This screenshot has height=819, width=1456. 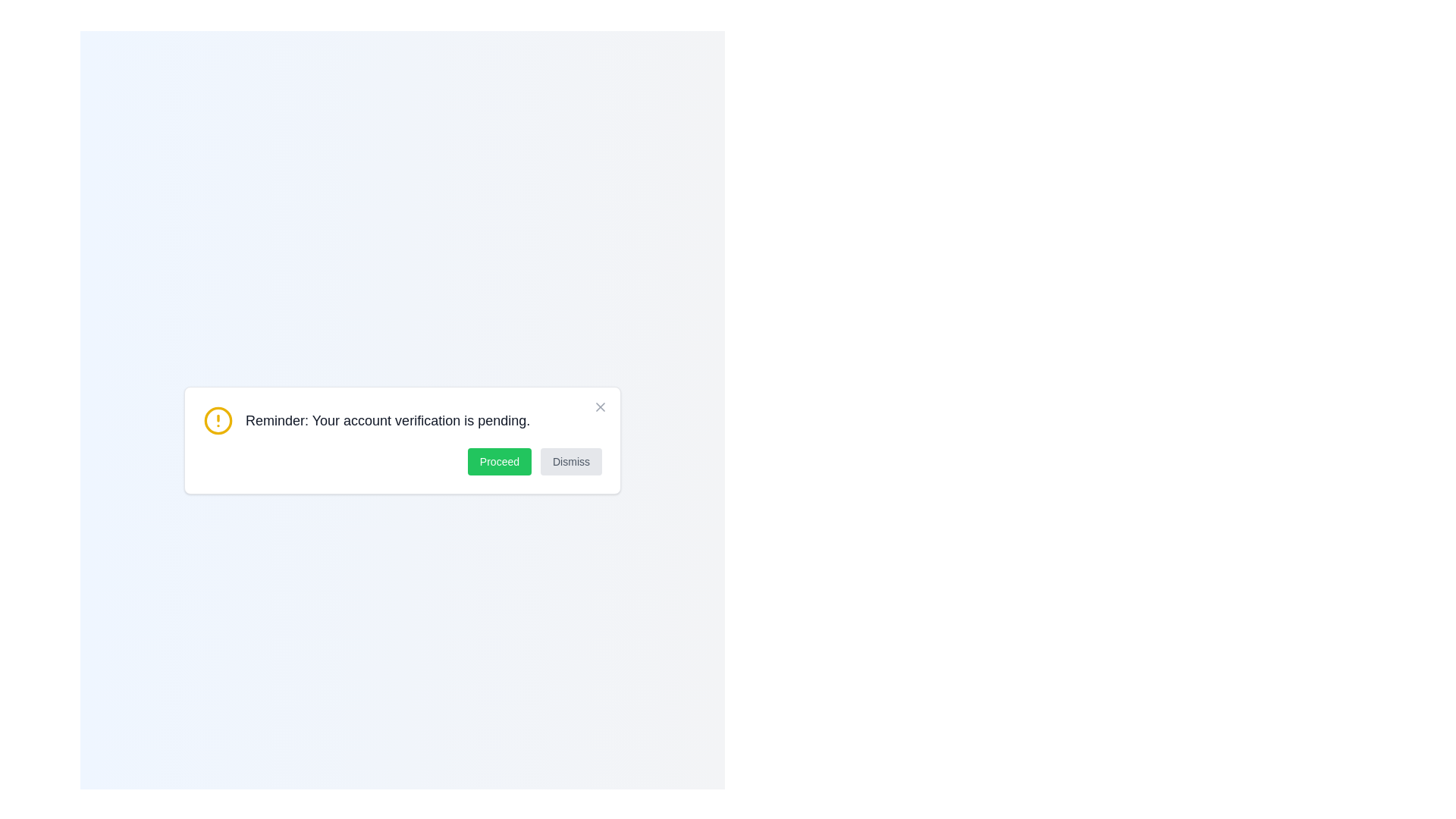 I want to click on text element that informs the user about a pending account verification, located centrally within the notification box to the right of a circular yellow icon with an alert symbol, so click(x=388, y=421).